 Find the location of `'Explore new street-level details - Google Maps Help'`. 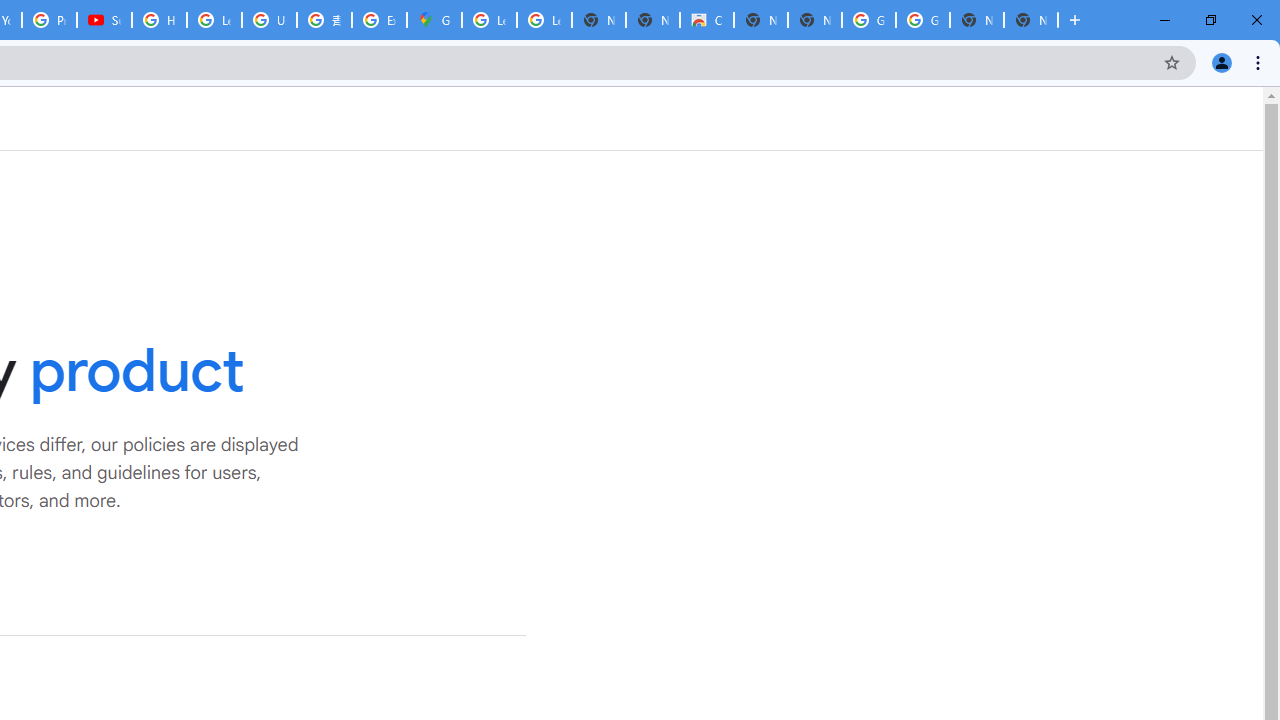

'Explore new street-level details - Google Maps Help' is located at coordinates (379, 20).